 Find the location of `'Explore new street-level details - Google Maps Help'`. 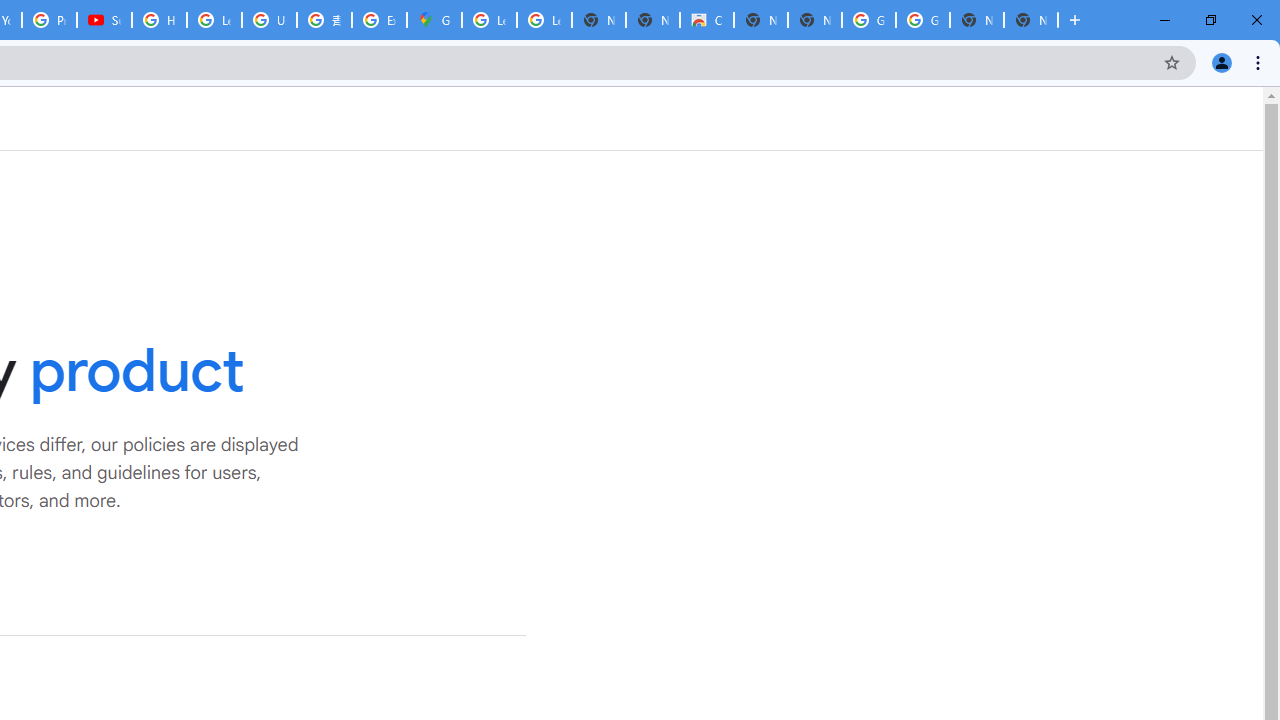

'Explore new street-level details - Google Maps Help' is located at coordinates (379, 20).